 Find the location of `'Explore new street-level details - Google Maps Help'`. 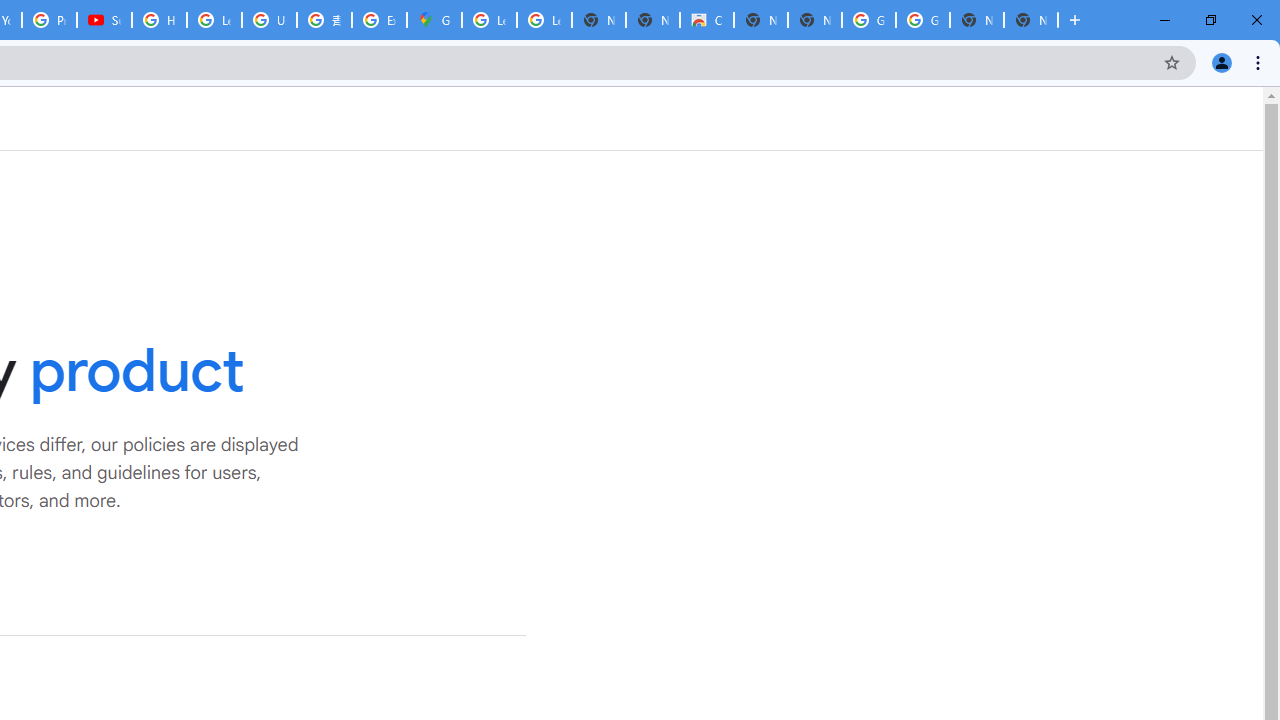

'Explore new street-level details - Google Maps Help' is located at coordinates (379, 20).